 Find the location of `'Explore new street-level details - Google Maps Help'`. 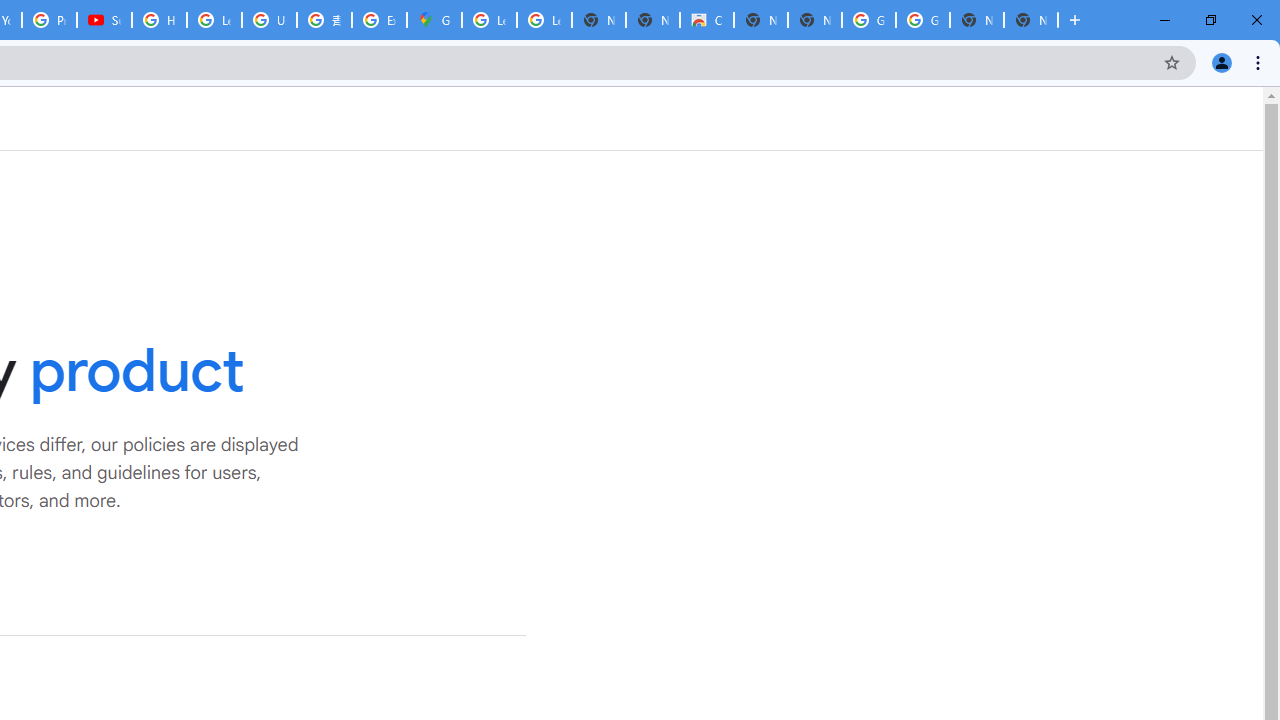

'Explore new street-level details - Google Maps Help' is located at coordinates (379, 20).